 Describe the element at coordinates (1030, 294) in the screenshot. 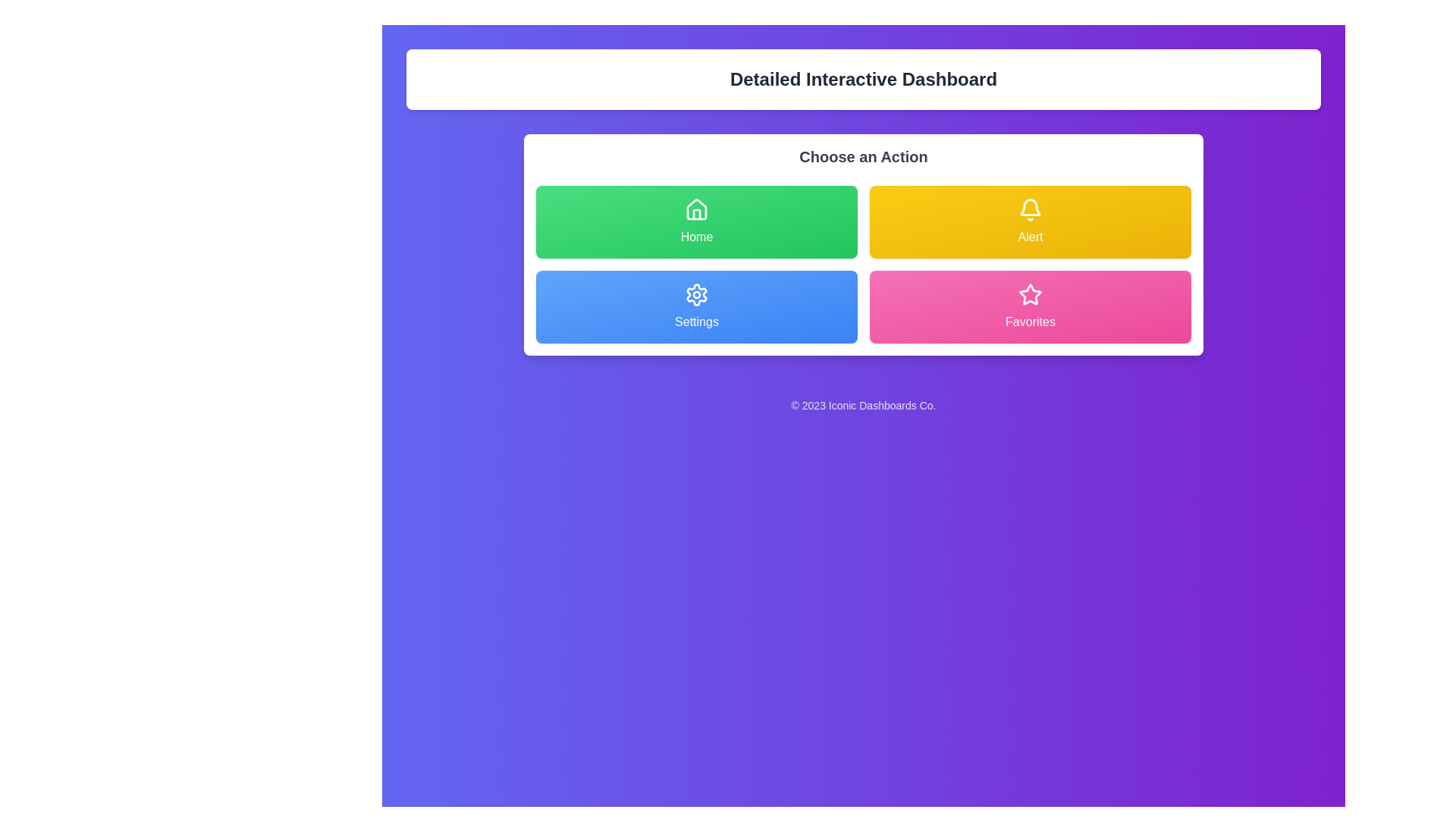

I see `the star-shaped icon with a pink outline located at the center of the 'Favorites' button` at that location.